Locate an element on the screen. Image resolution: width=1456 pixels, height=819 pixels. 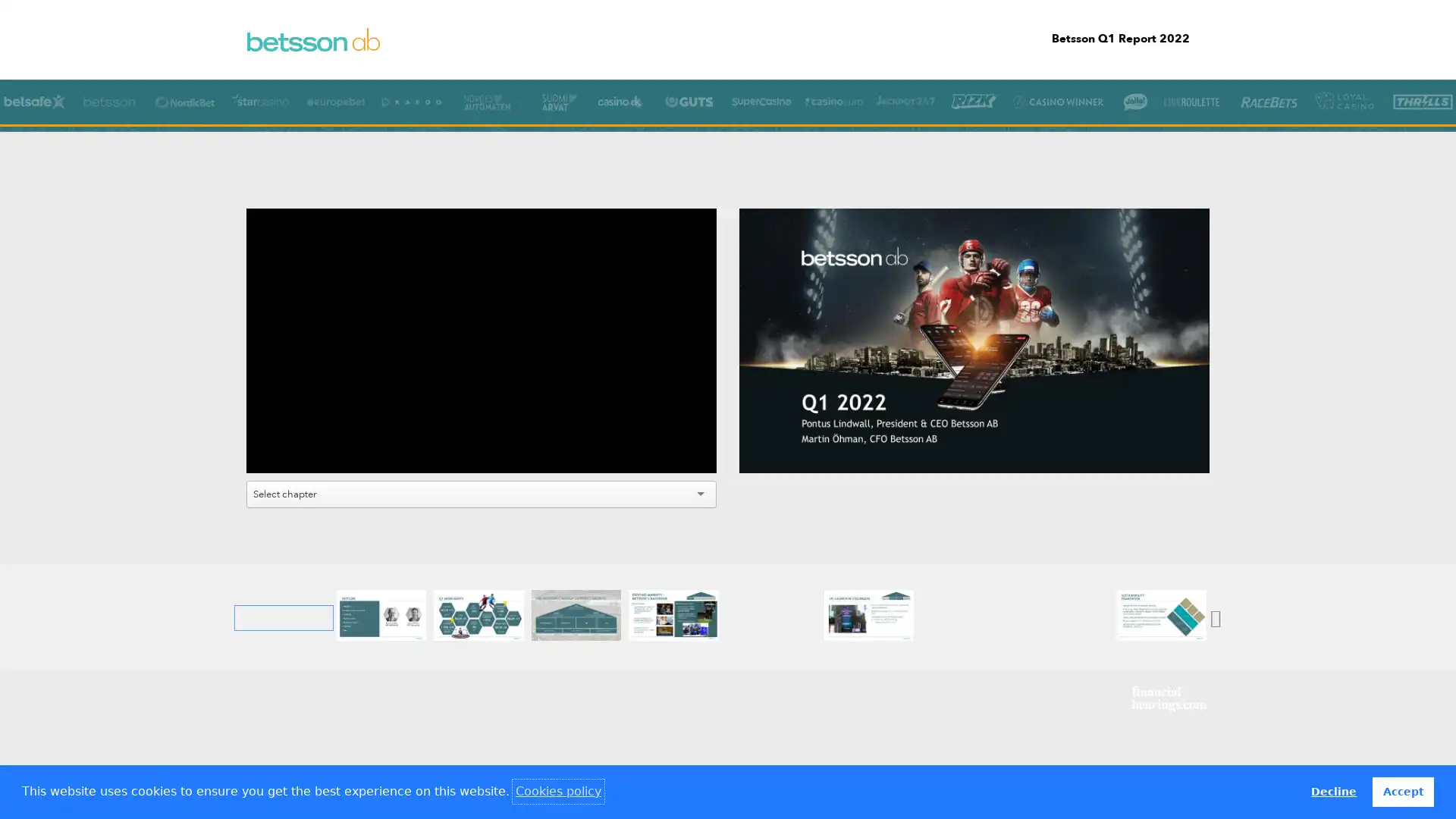
Mute is located at coordinates (291, 449).